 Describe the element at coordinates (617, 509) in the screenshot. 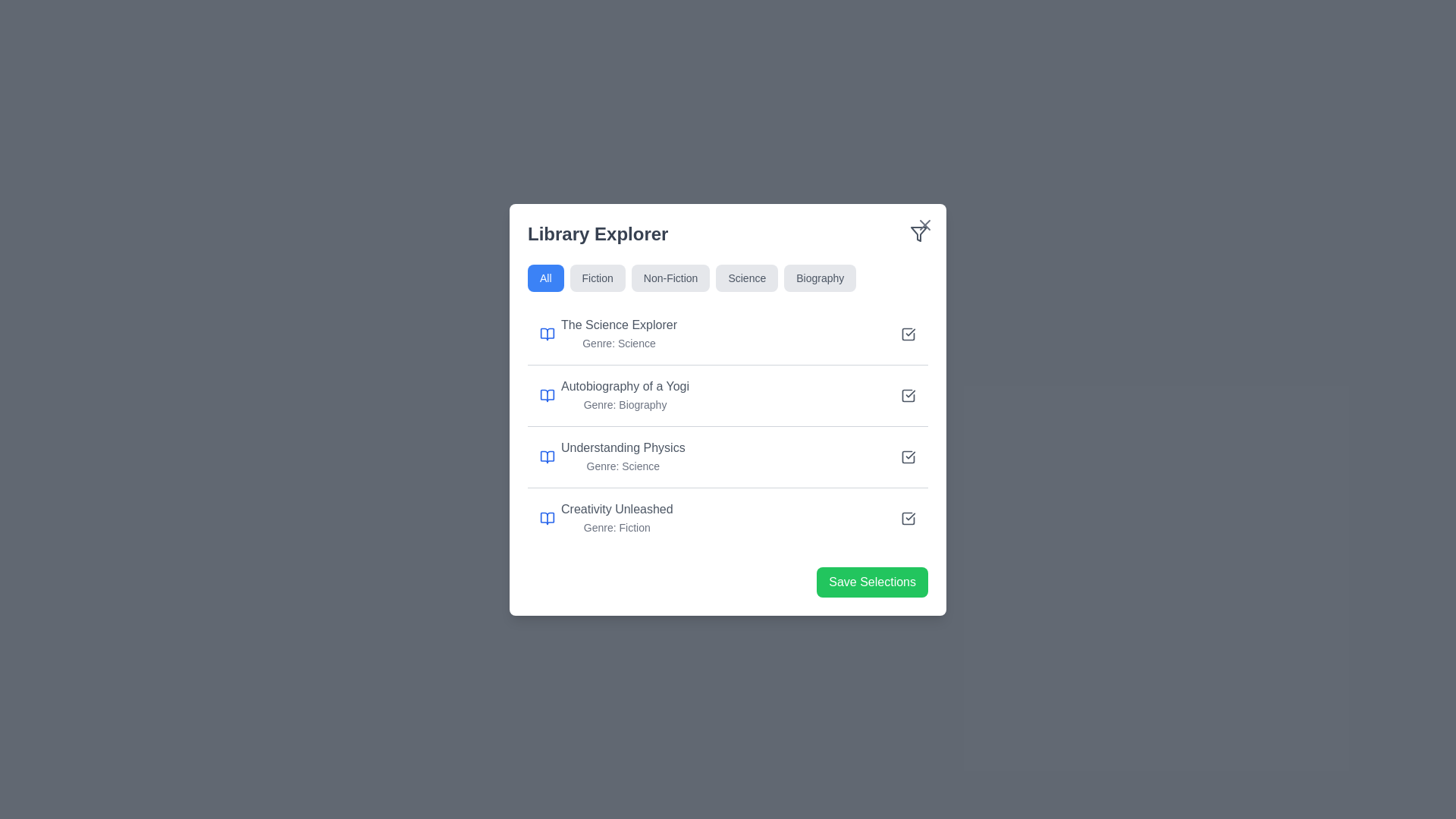

I see `text of the title label located in the fourth item of the 'Library Explorer' panel, positioned above the 'Genre: Fiction' text` at that location.